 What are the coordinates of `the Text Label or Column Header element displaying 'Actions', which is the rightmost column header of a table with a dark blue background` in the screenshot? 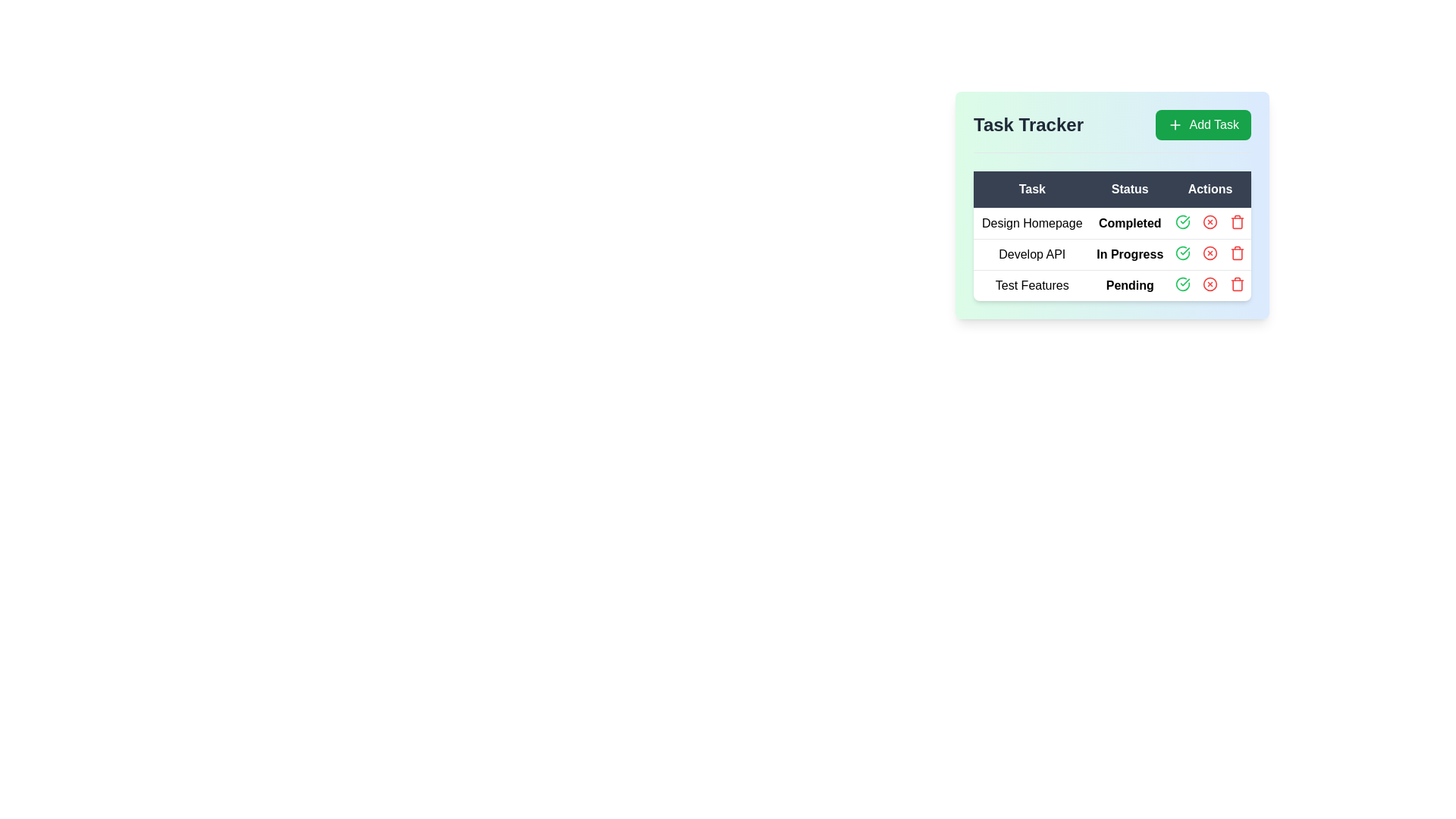 It's located at (1210, 189).